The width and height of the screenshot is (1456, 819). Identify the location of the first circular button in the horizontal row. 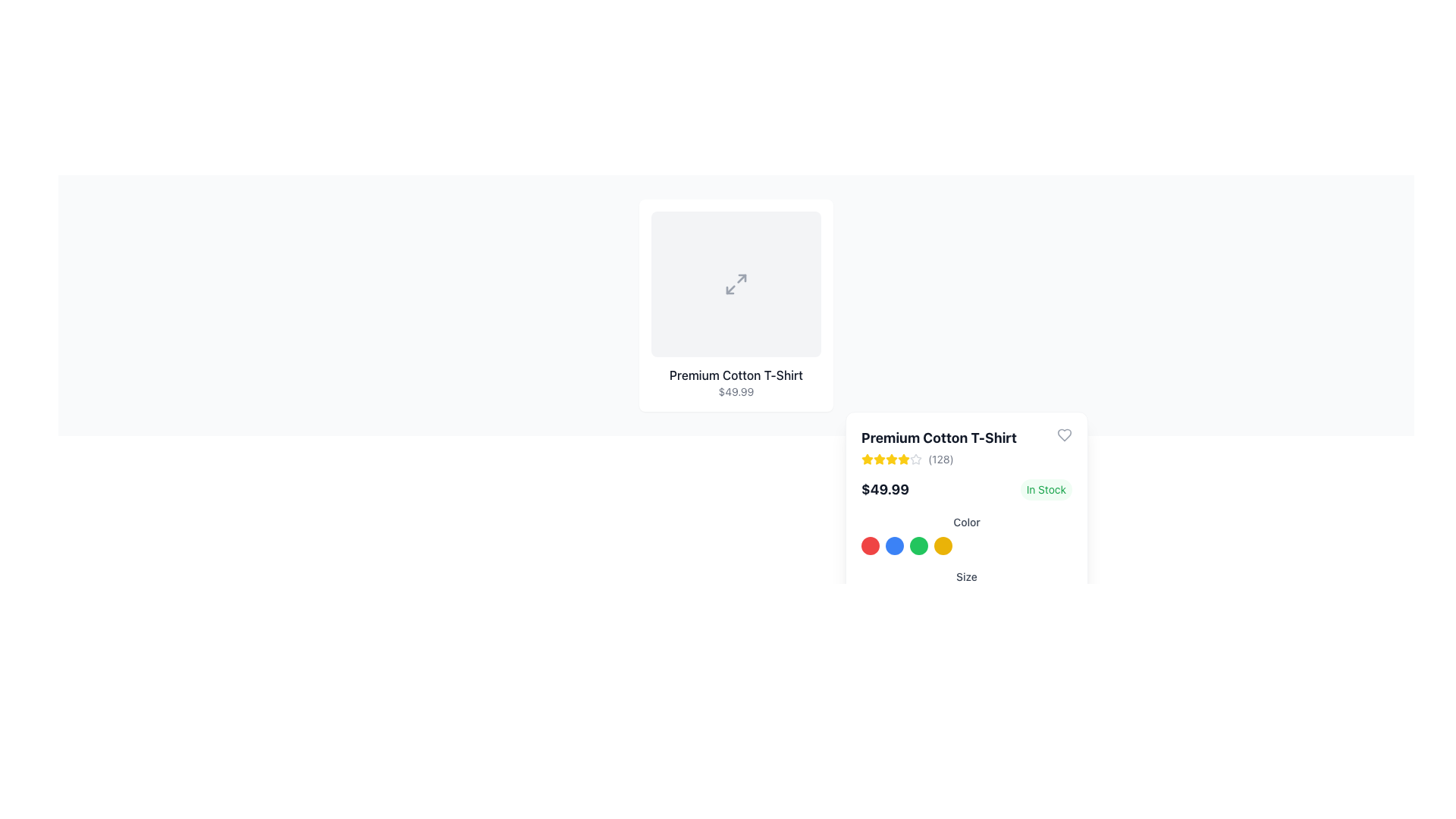
(870, 546).